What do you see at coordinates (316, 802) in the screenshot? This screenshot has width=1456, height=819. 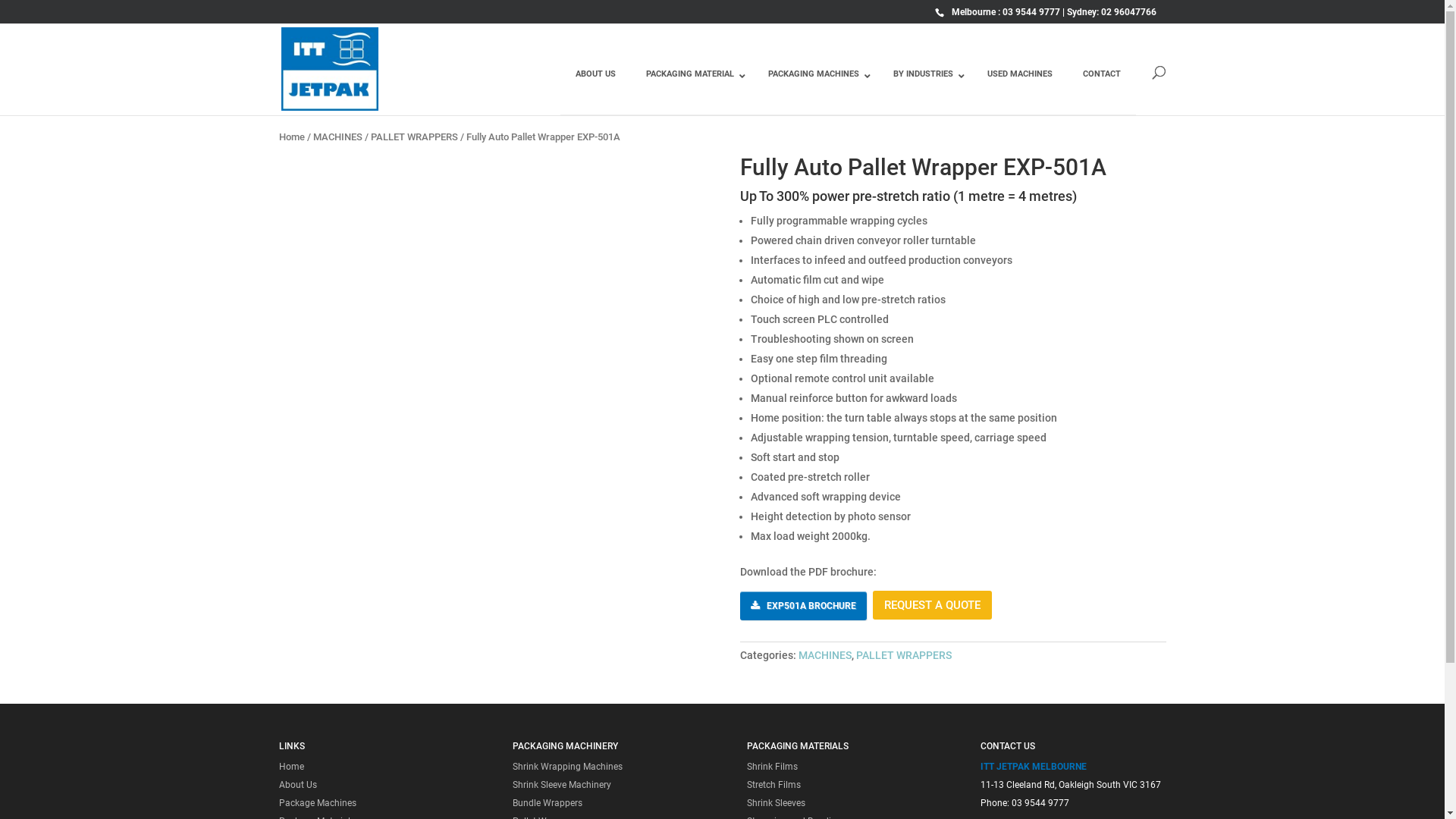 I see `'Package Machines'` at bounding box center [316, 802].